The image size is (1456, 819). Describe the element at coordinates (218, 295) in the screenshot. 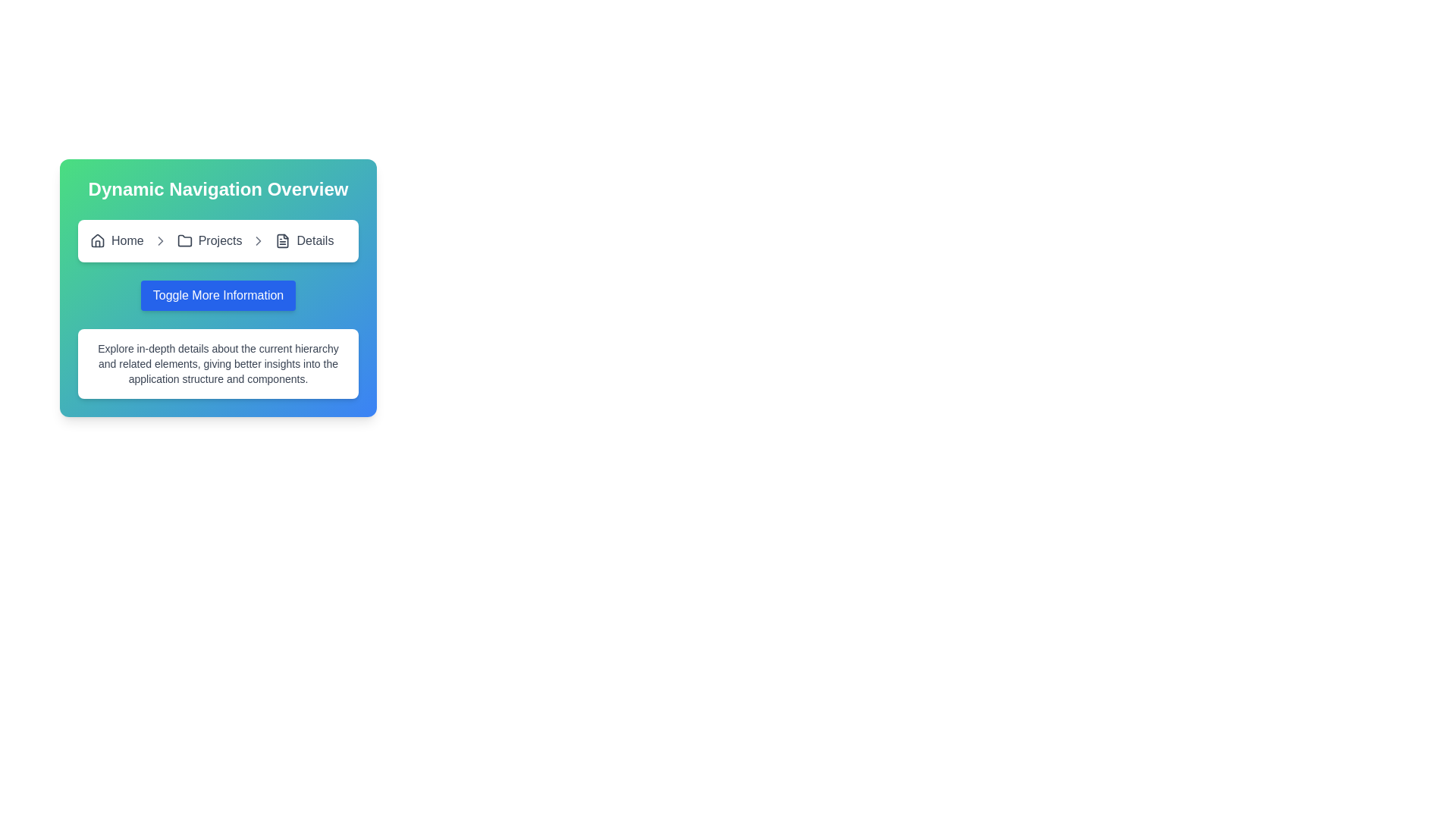

I see `the rectangular button with rounded corners that has a blue background and white text reading 'Toggle More Information'` at that location.